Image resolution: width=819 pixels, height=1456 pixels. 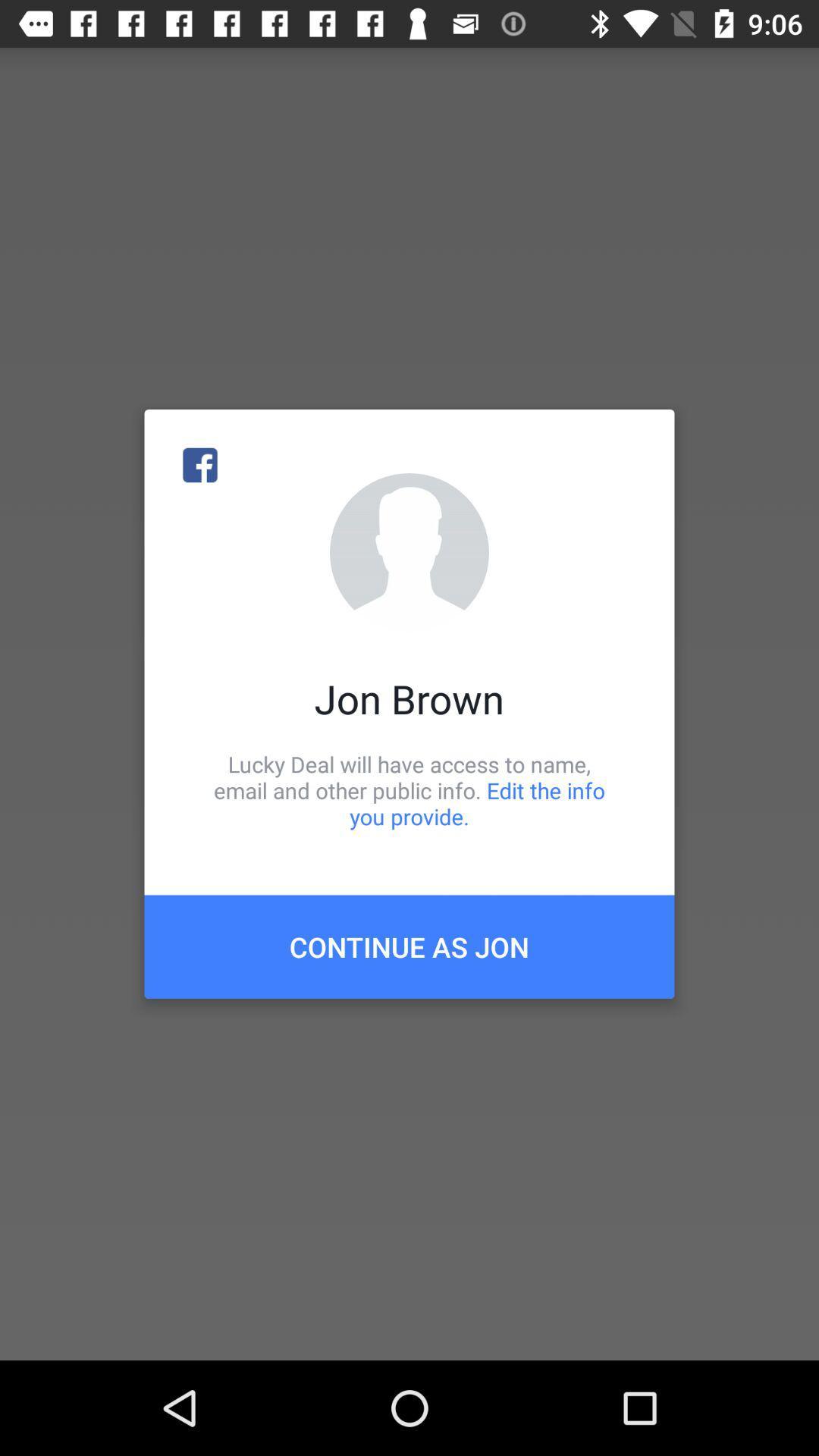 What do you see at coordinates (409, 789) in the screenshot?
I see `lucky deal will item` at bounding box center [409, 789].